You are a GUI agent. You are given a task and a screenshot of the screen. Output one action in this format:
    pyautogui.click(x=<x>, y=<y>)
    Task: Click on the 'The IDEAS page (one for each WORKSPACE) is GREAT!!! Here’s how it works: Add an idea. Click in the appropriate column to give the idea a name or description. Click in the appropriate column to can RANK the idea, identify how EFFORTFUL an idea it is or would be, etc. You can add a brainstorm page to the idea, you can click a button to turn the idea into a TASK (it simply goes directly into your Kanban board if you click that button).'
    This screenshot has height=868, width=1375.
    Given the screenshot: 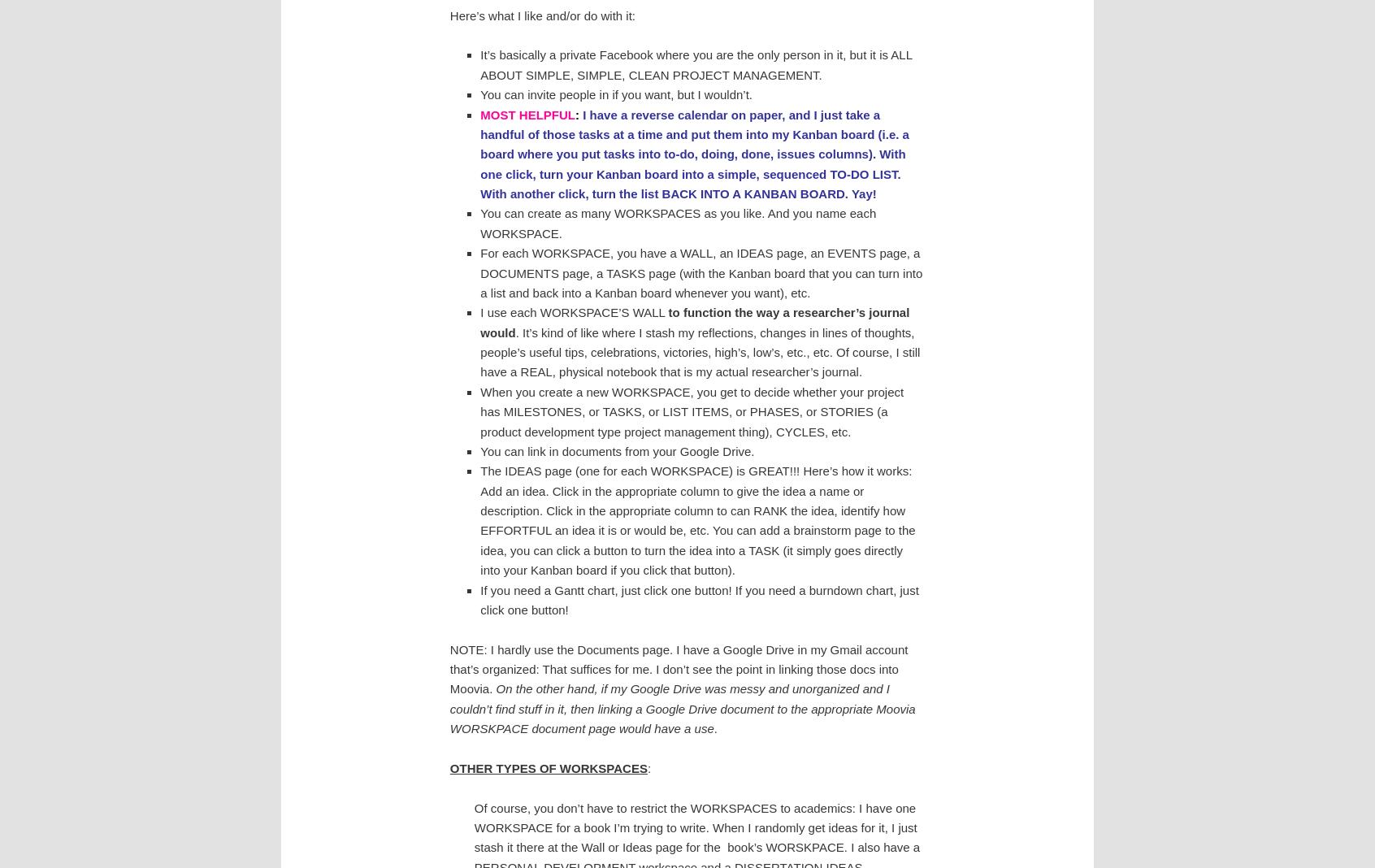 What is the action you would take?
    pyautogui.click(x=696, y=519)
    